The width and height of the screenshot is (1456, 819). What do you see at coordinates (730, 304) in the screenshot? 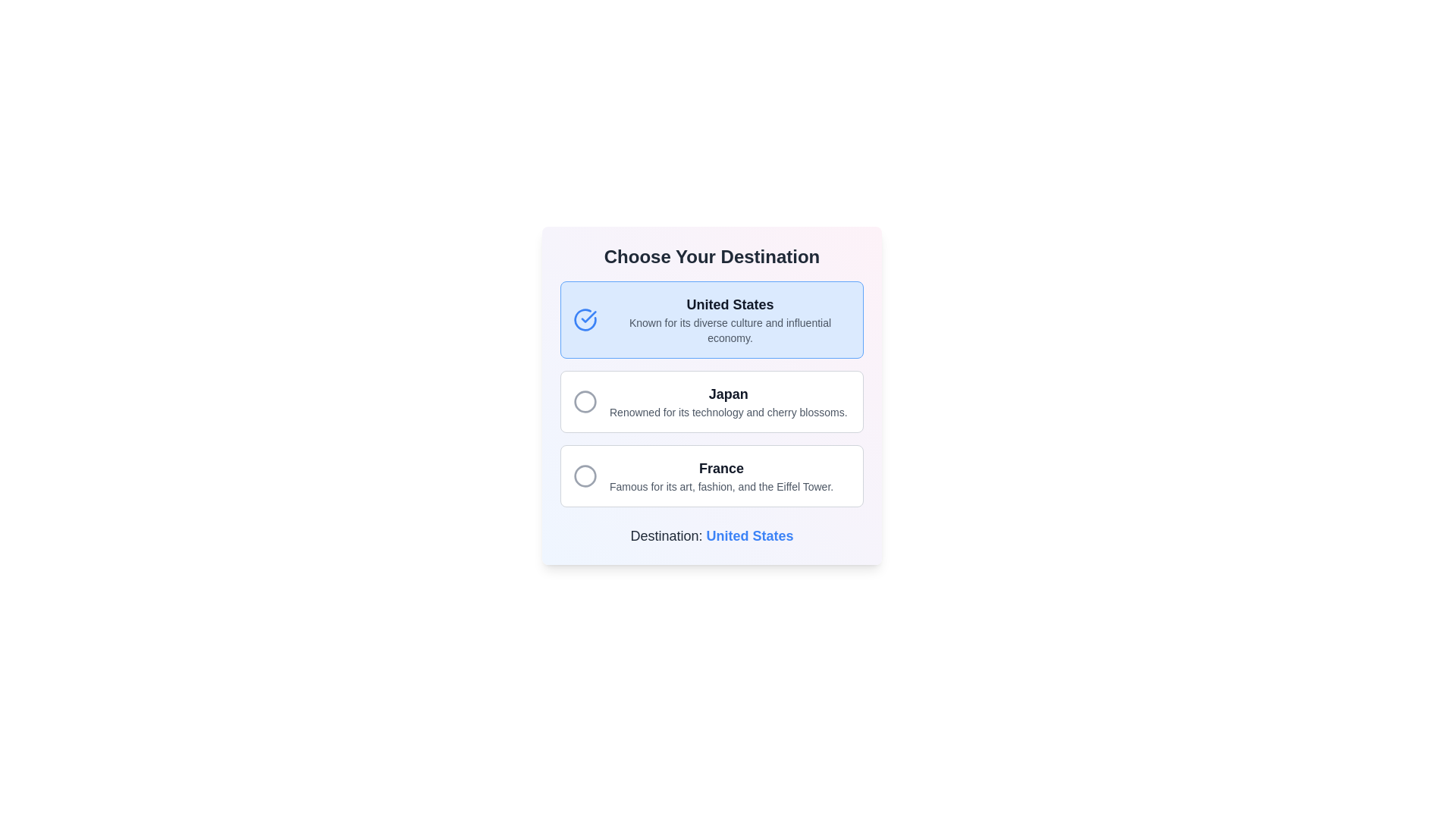
I see `the 'United States' text label, which is the first selectable option under the heading 'Choose Your Destination.'` at bounding box center [730, 304].